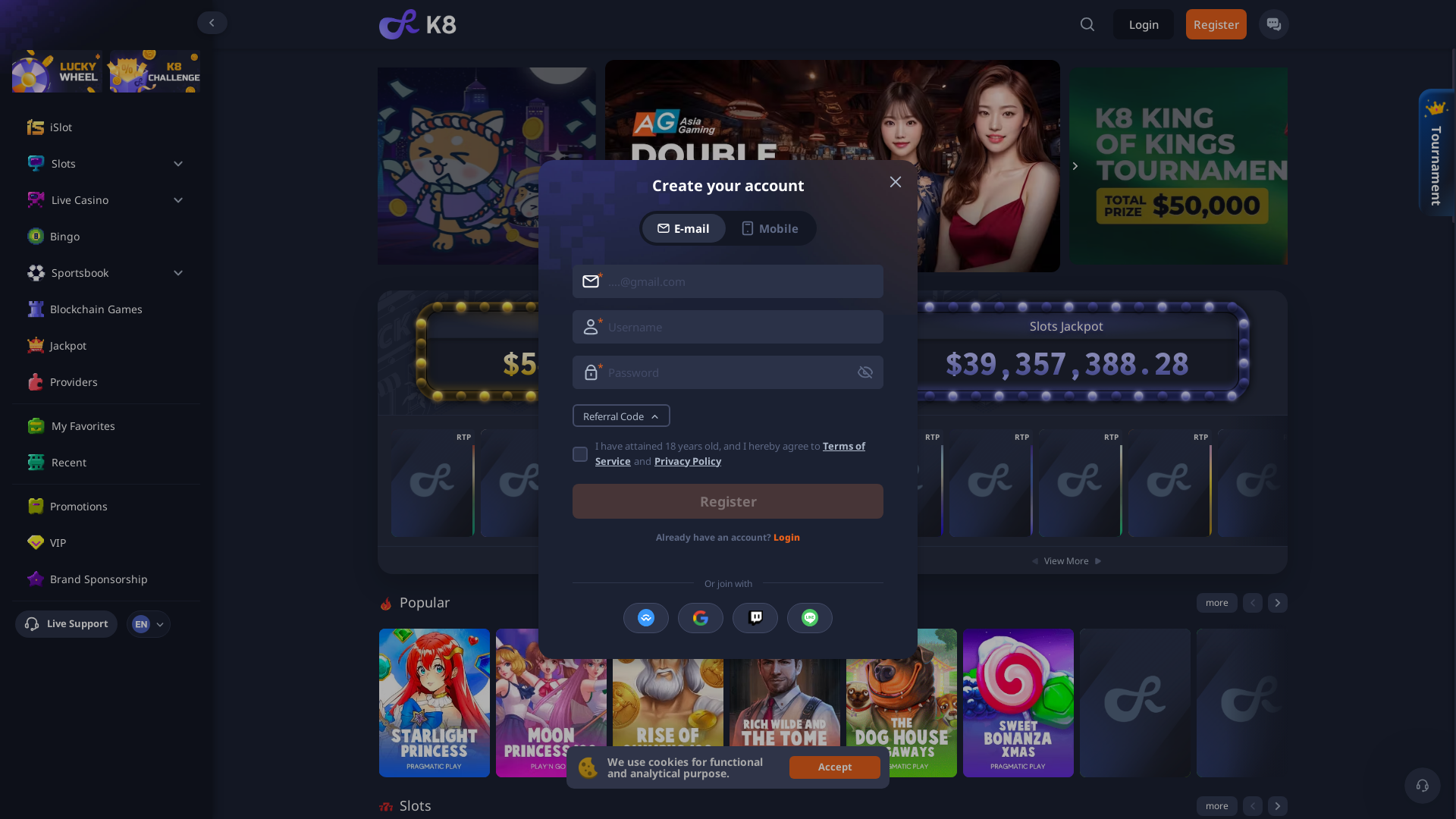  I want to click on 'Blockchain Games', so click(50, 309).